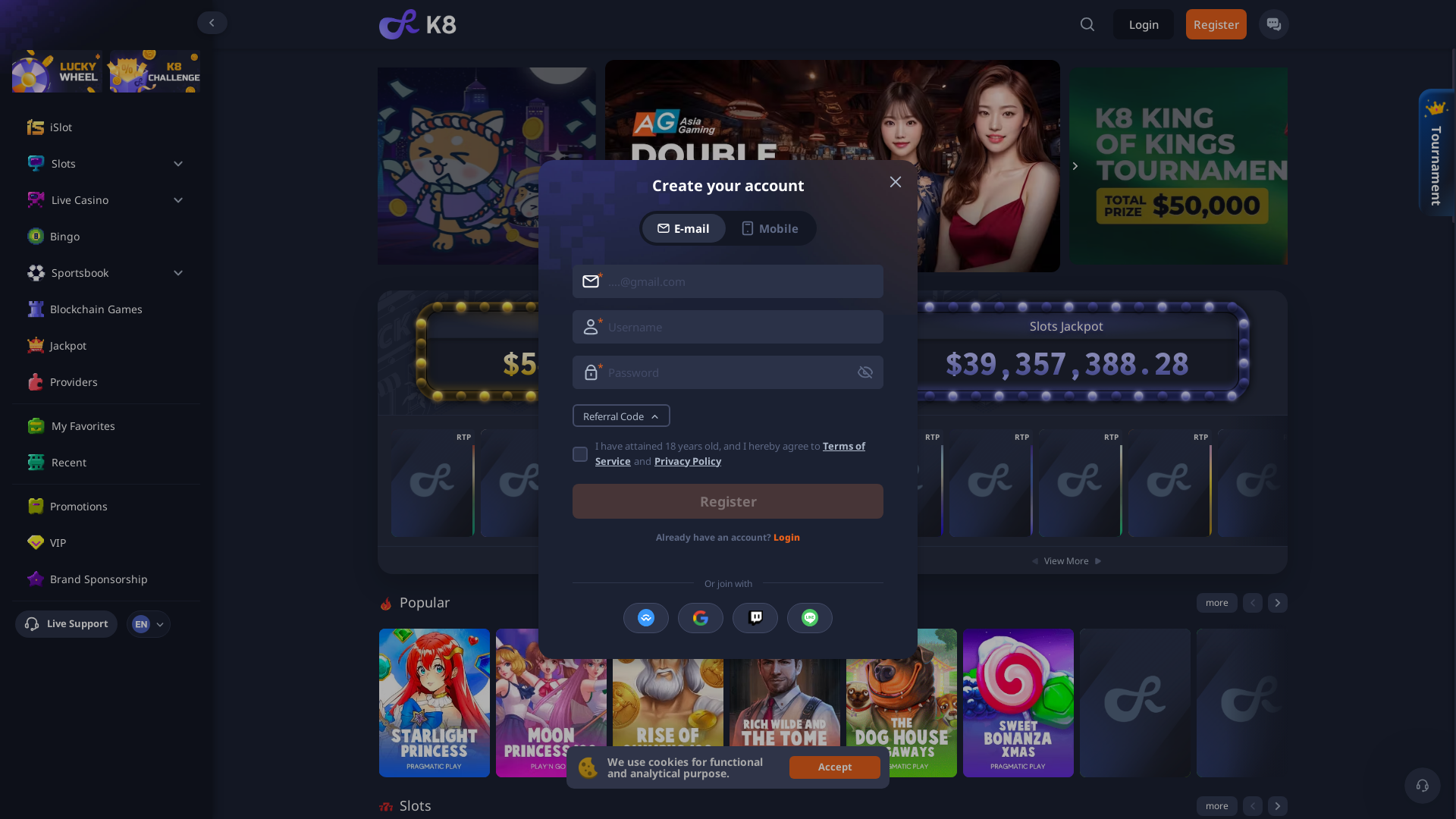  I want to click on 'Blockchain Games', so click(50, 309).